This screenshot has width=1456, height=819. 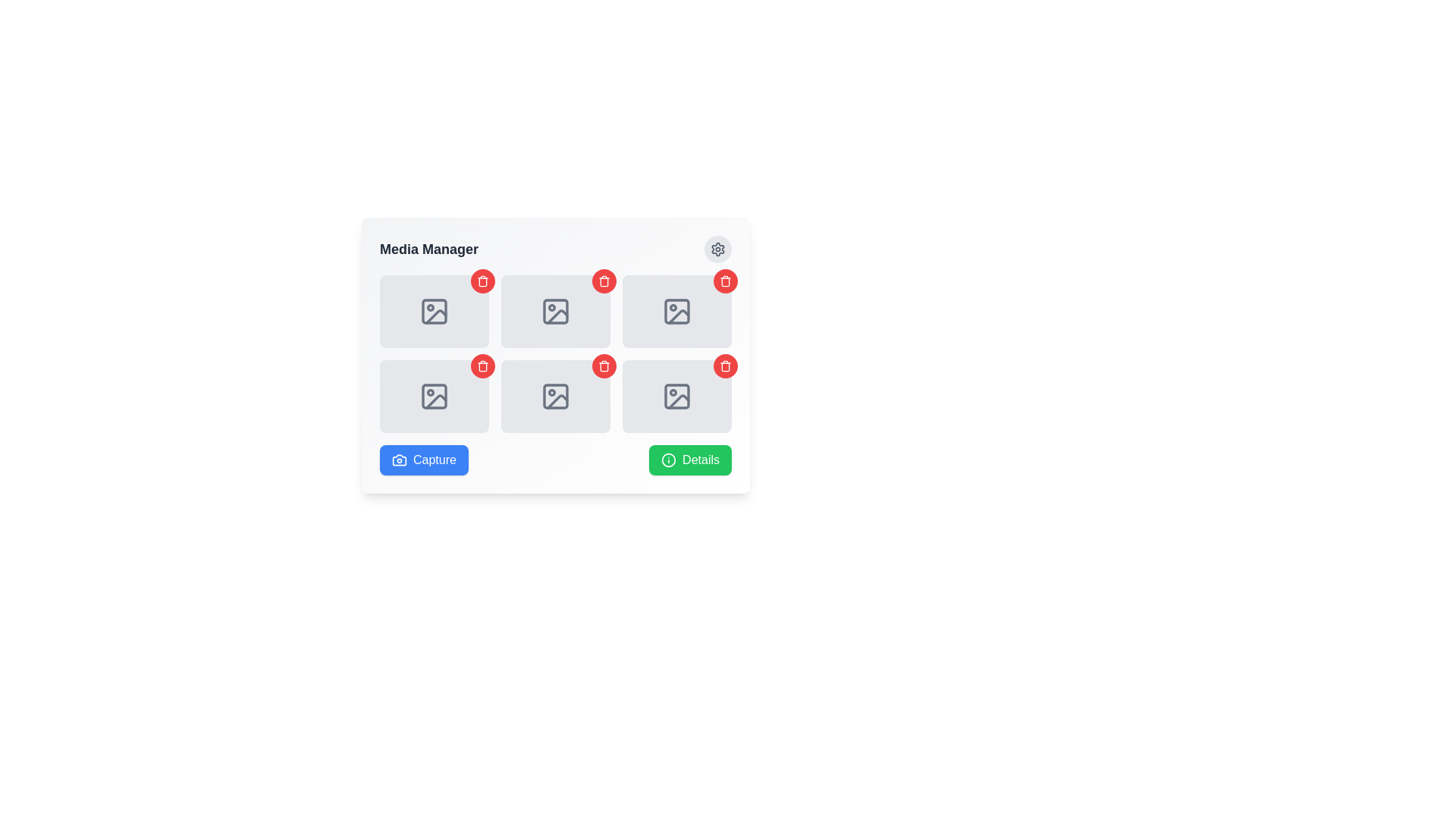 What do you see at coordinates (482, 281) in the screenshot?
I see `the delete icon located in the second row and first column of the grid structure` at bounding box center [482, 281].